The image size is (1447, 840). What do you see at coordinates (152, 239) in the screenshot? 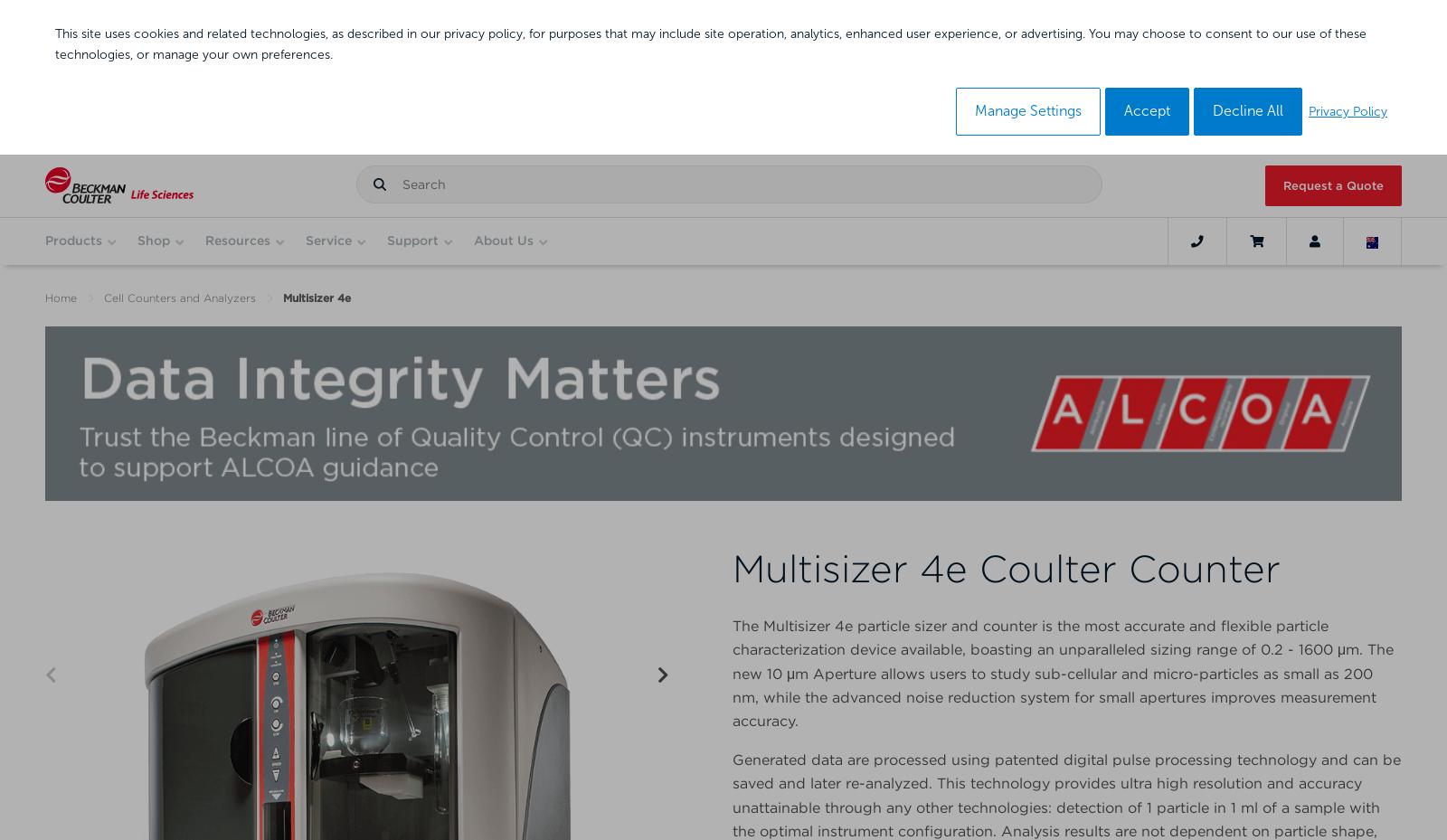
I see `'Shop'` at bounding box center [152, 239].